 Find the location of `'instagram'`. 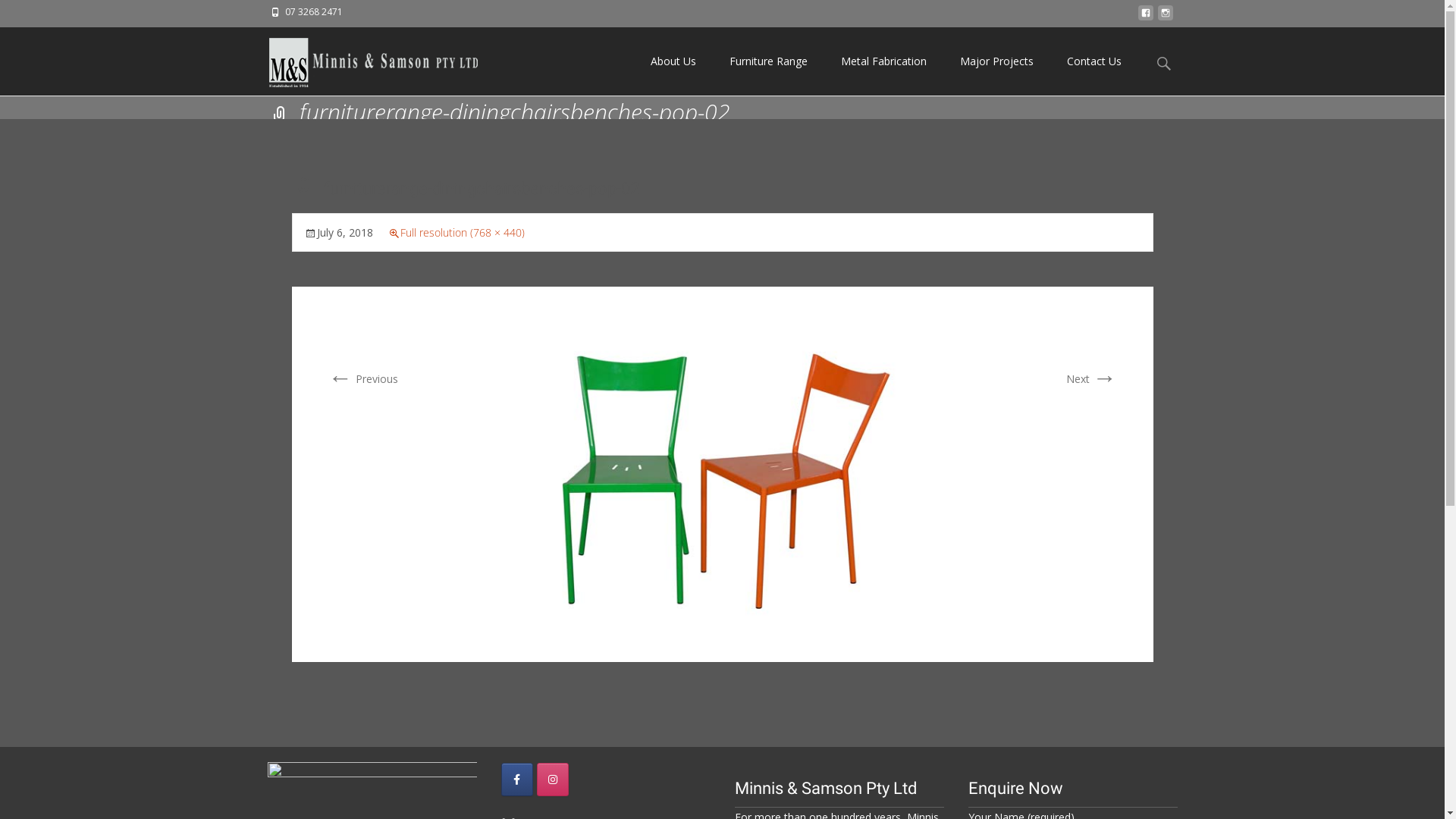

'instagram' is located at coordinates (1164, 17).